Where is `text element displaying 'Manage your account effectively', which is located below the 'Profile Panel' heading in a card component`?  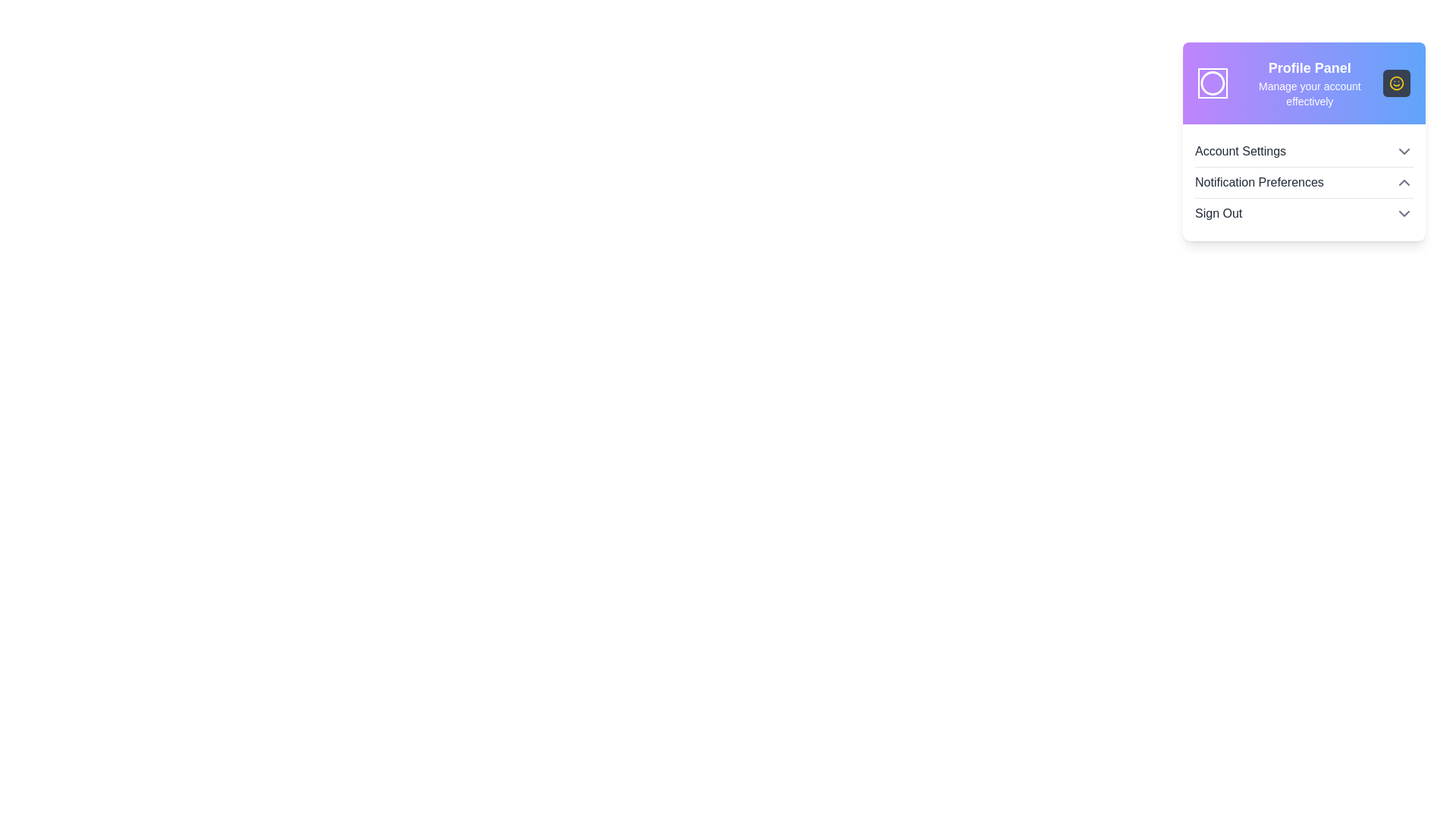 text element displaying 'Manage your account effectively', which is located below the 'Profile Panel' heading in a card component is located at coordinates (1309, 93).